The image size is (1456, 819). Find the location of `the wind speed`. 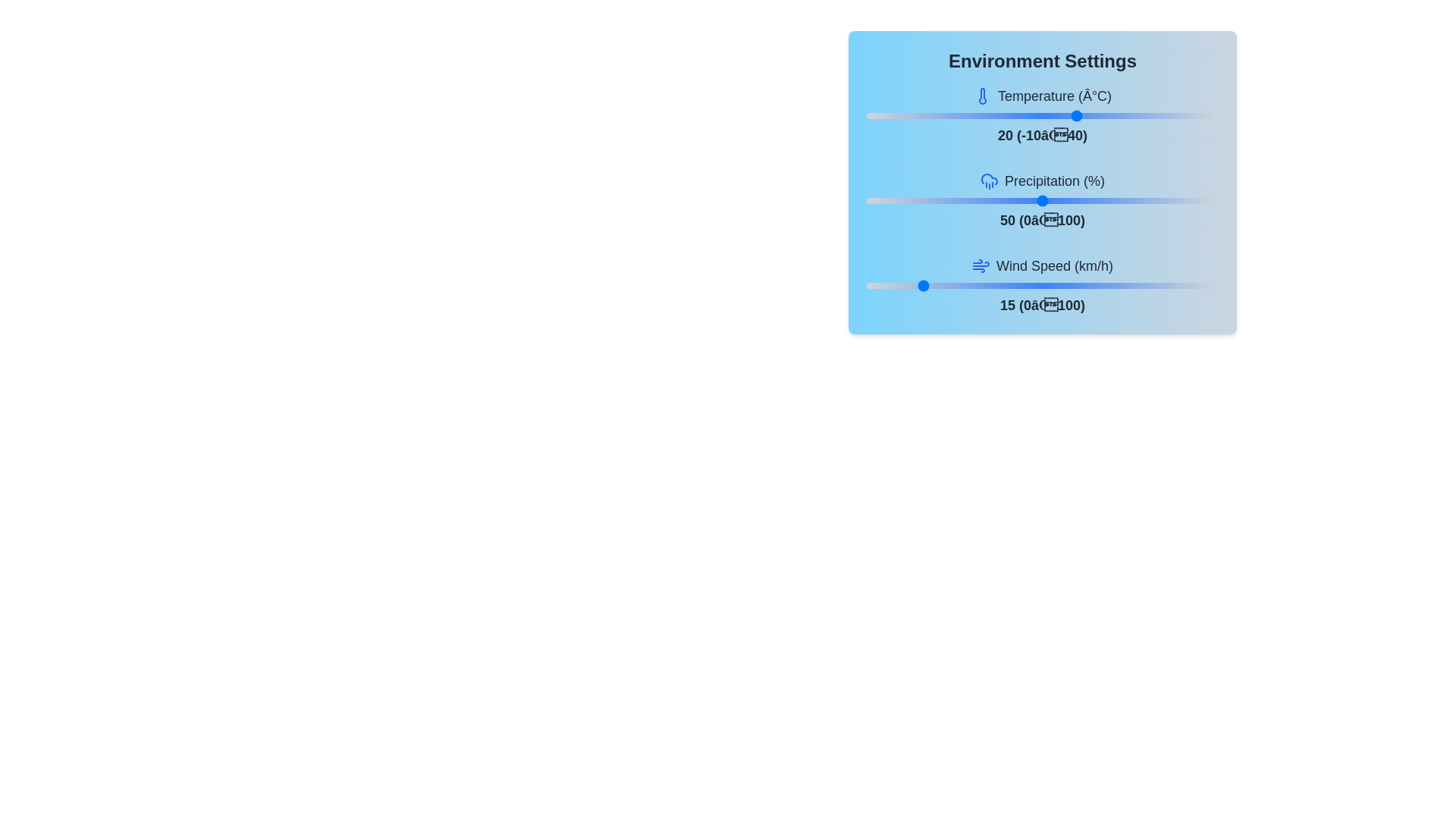

the wind speed is located at coordinates (1165, 286).